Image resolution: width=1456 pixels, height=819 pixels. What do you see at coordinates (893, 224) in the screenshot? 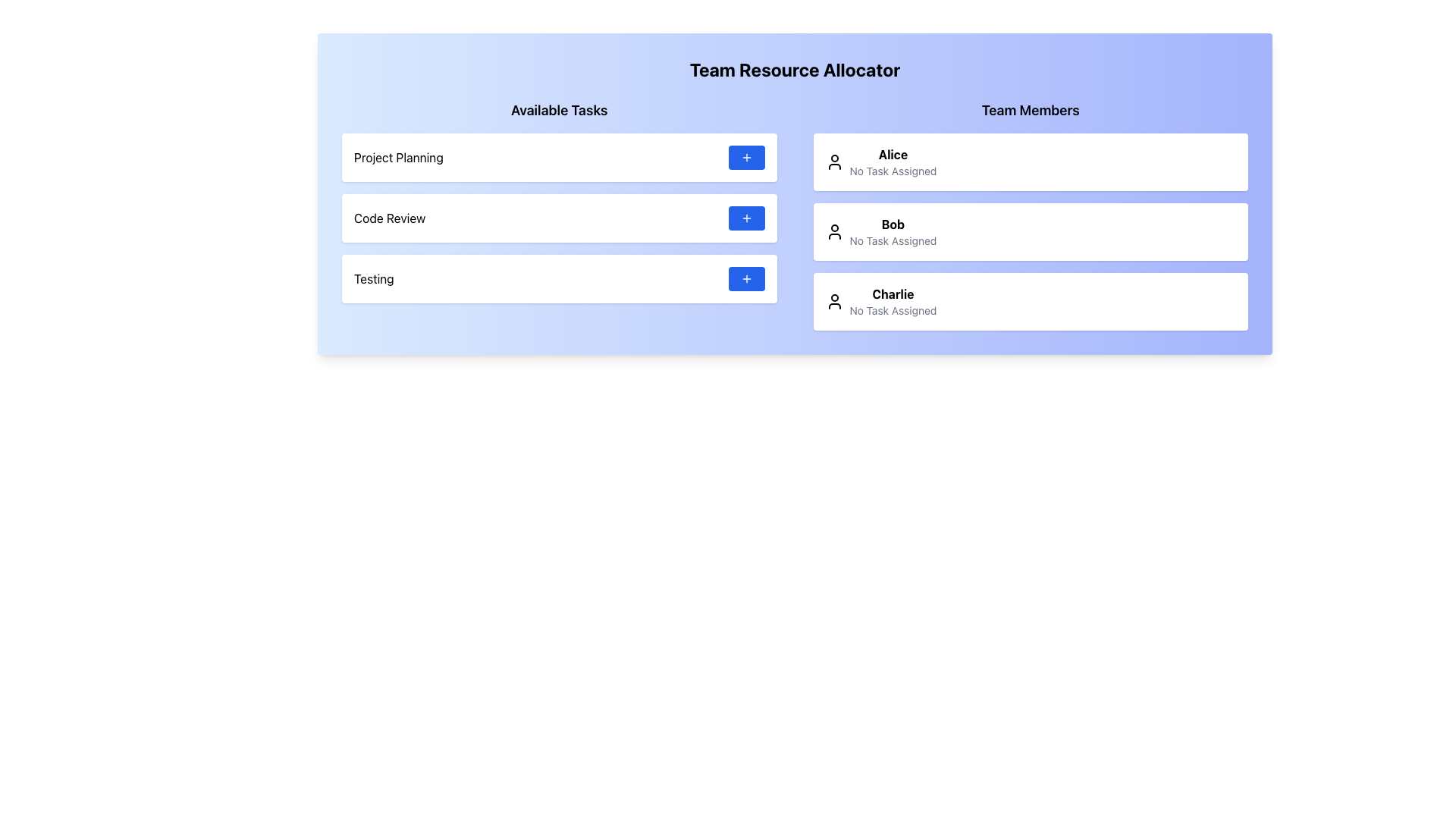
I see `the bold-styled text displaying the name 'Bob', which is the second name in the 'Team Members' column, located between 'Alice' and 'Charlie'` at bounding box center [893, 224].